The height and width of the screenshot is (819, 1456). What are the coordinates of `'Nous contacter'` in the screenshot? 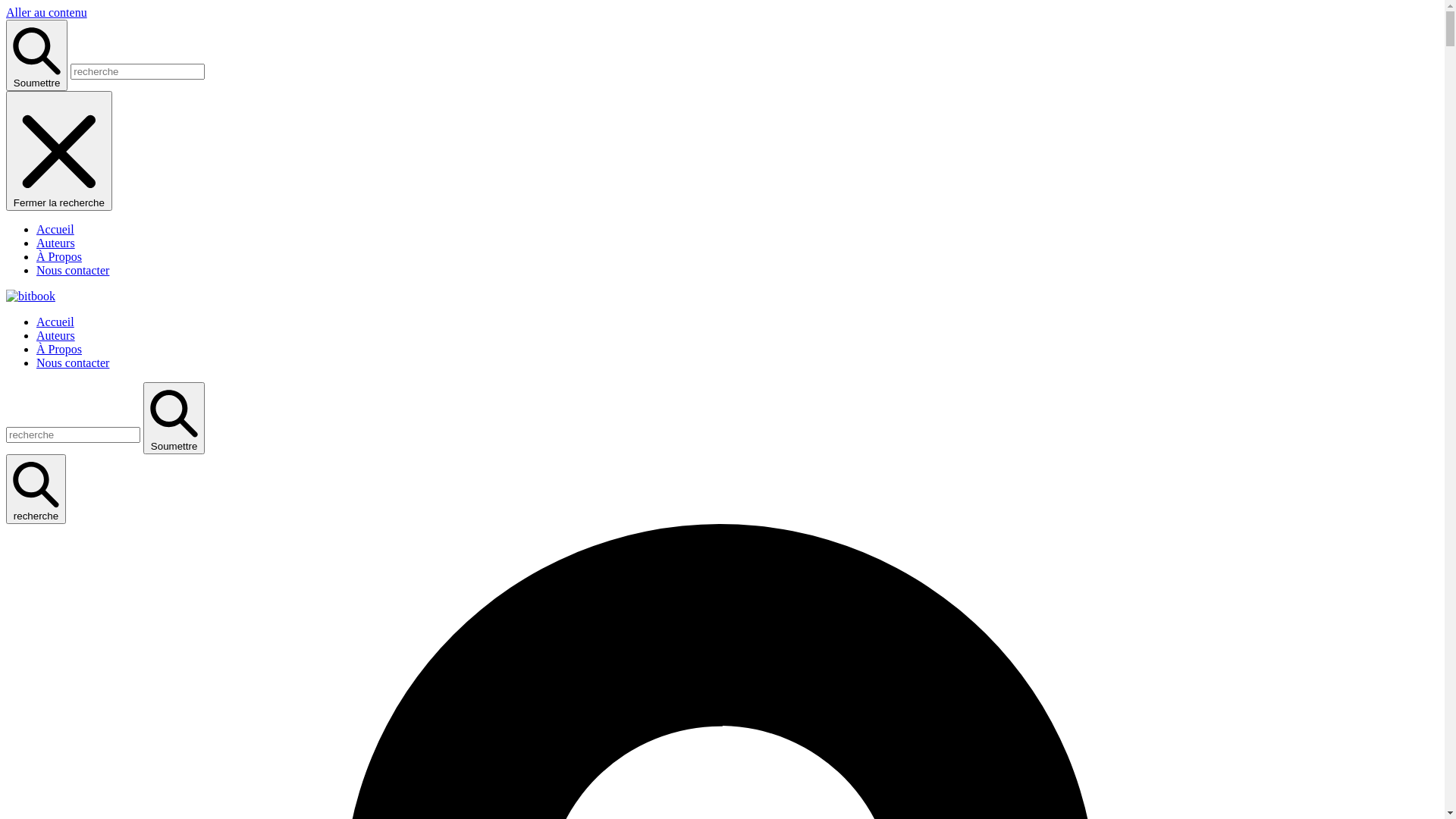 It's located at (72, 362).